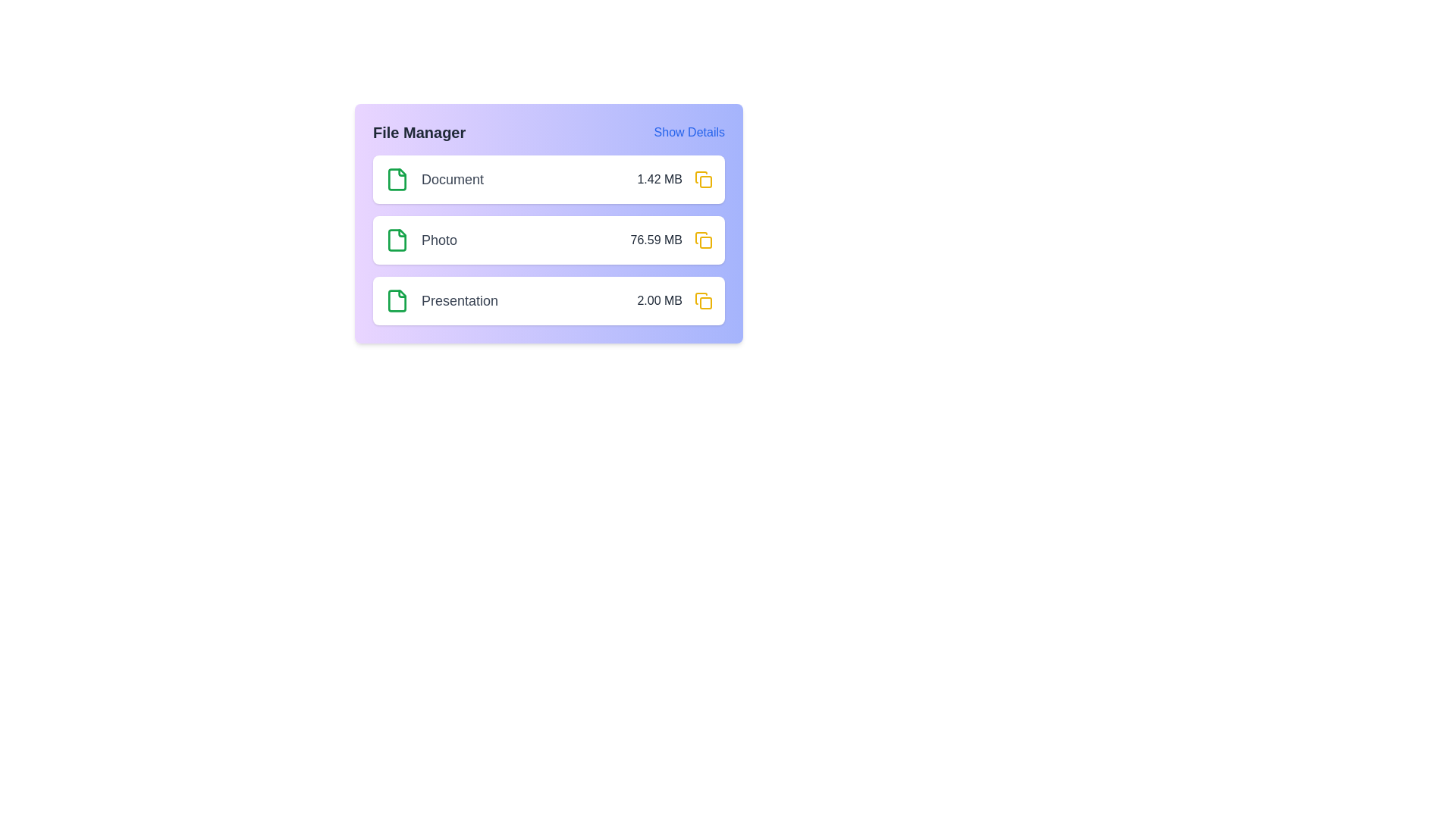  I want to click on the non-interactive visual icon representing a 'Photo' file in the file manager interface, which is located on the same row as the 'Photo' label, so click(397, 239).